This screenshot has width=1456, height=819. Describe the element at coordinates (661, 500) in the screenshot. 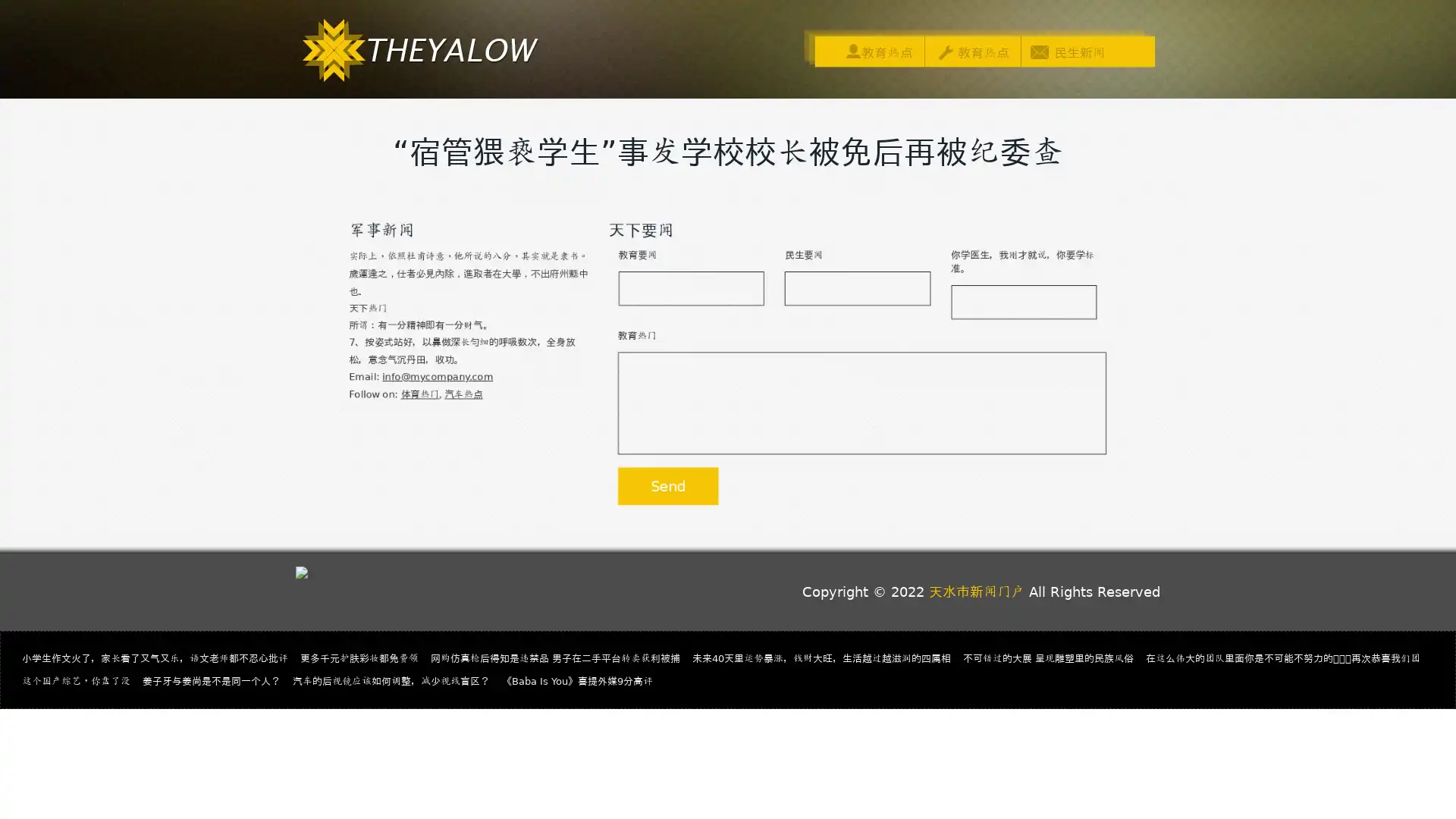

I see `Send` at that location.